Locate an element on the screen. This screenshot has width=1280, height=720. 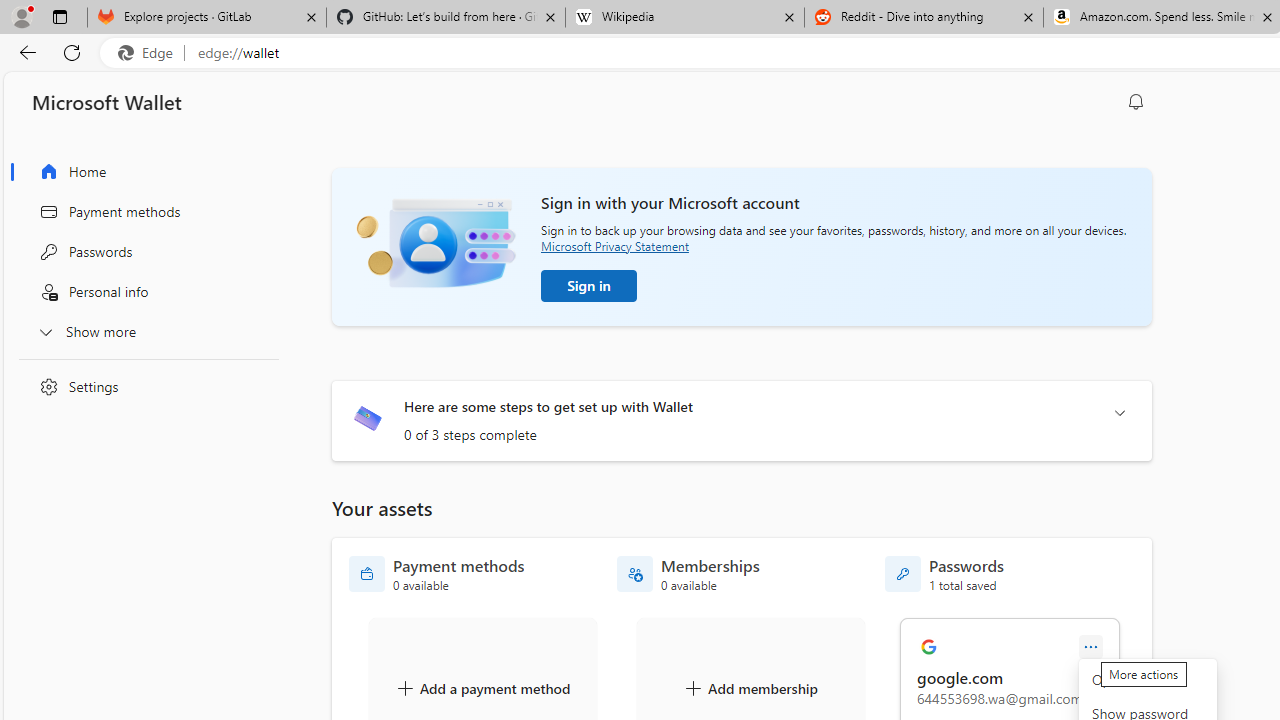
'Microsoft Privacy Statement' is located at coordinates (614, 245).